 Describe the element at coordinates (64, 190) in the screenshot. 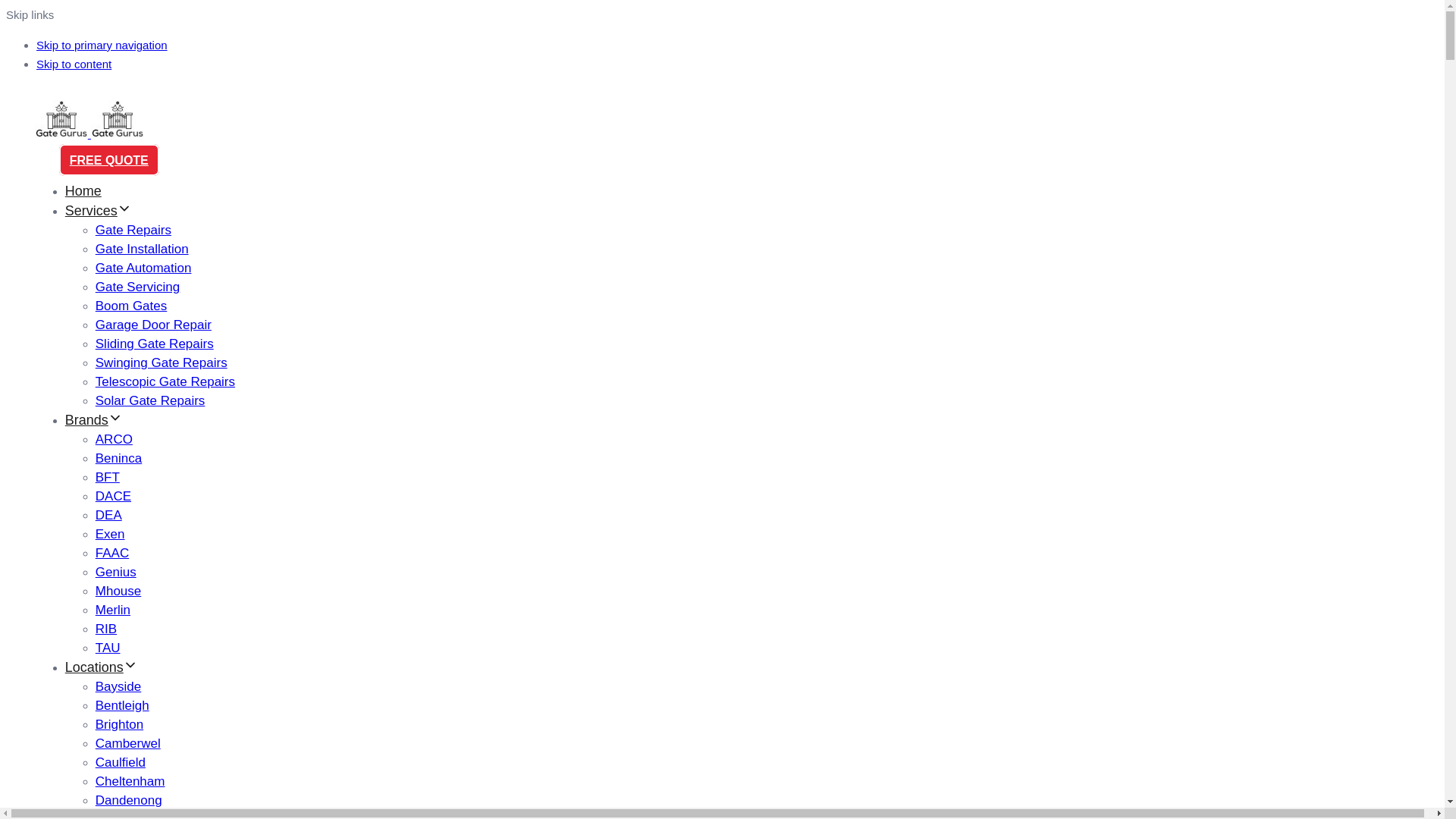

I see `'Home'` at that location.